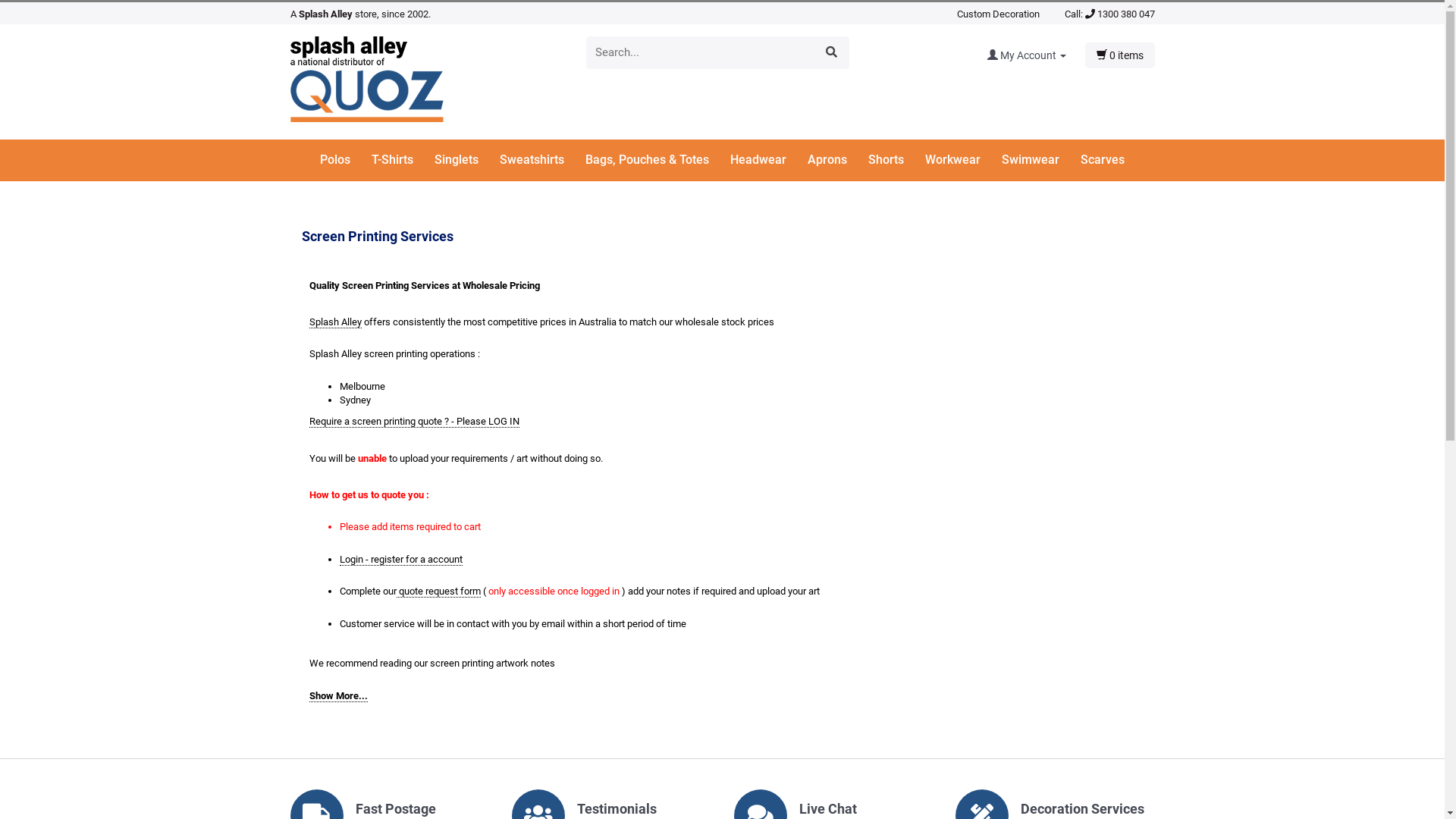 This screenshot has height=819, width=1456. What do you see at coordinates (337, 696) in the screenshot?
I see `'Show More...'` at bounding box center [337, 696].